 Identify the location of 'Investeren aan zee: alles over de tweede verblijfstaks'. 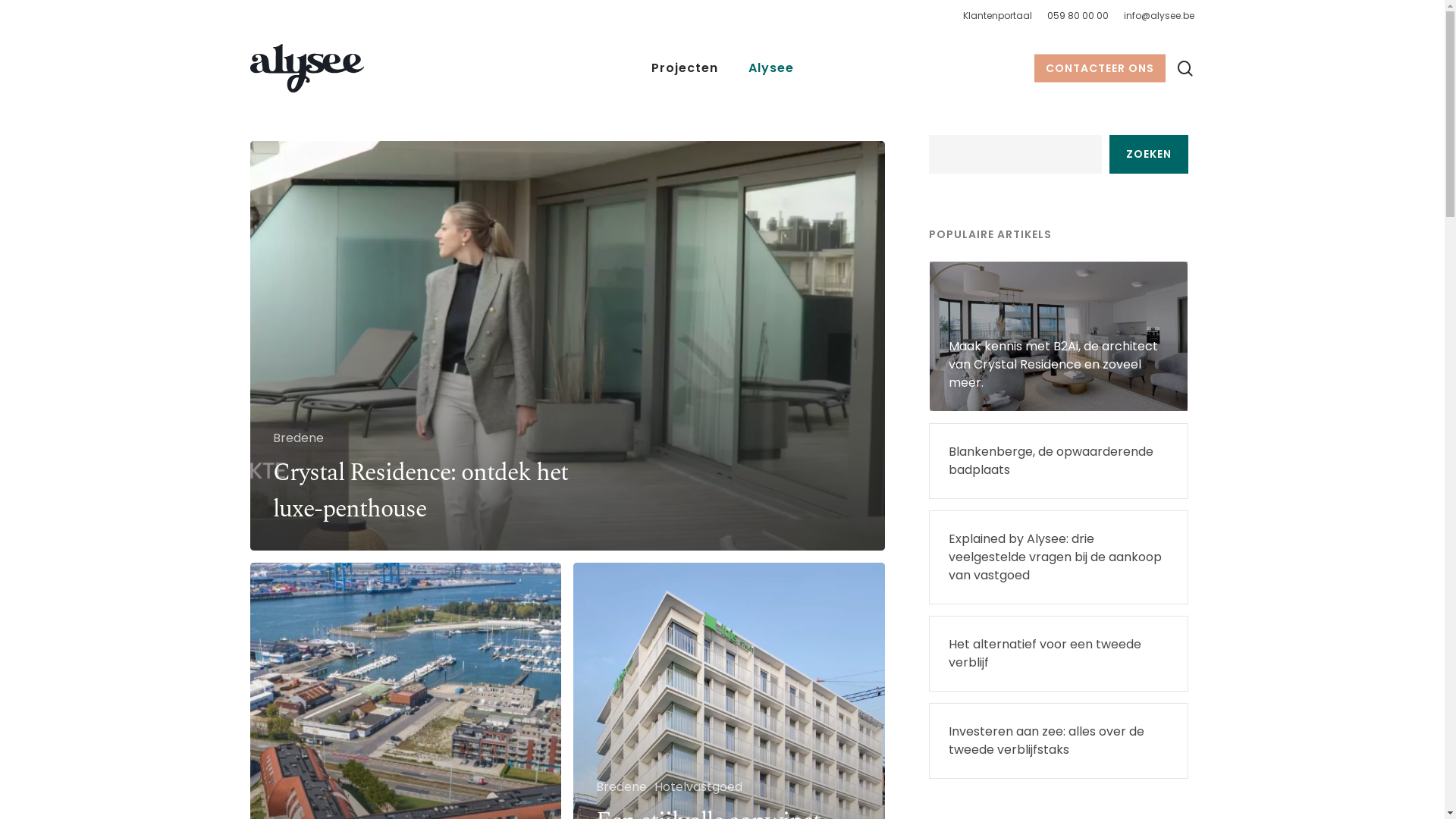
(1058, 739).